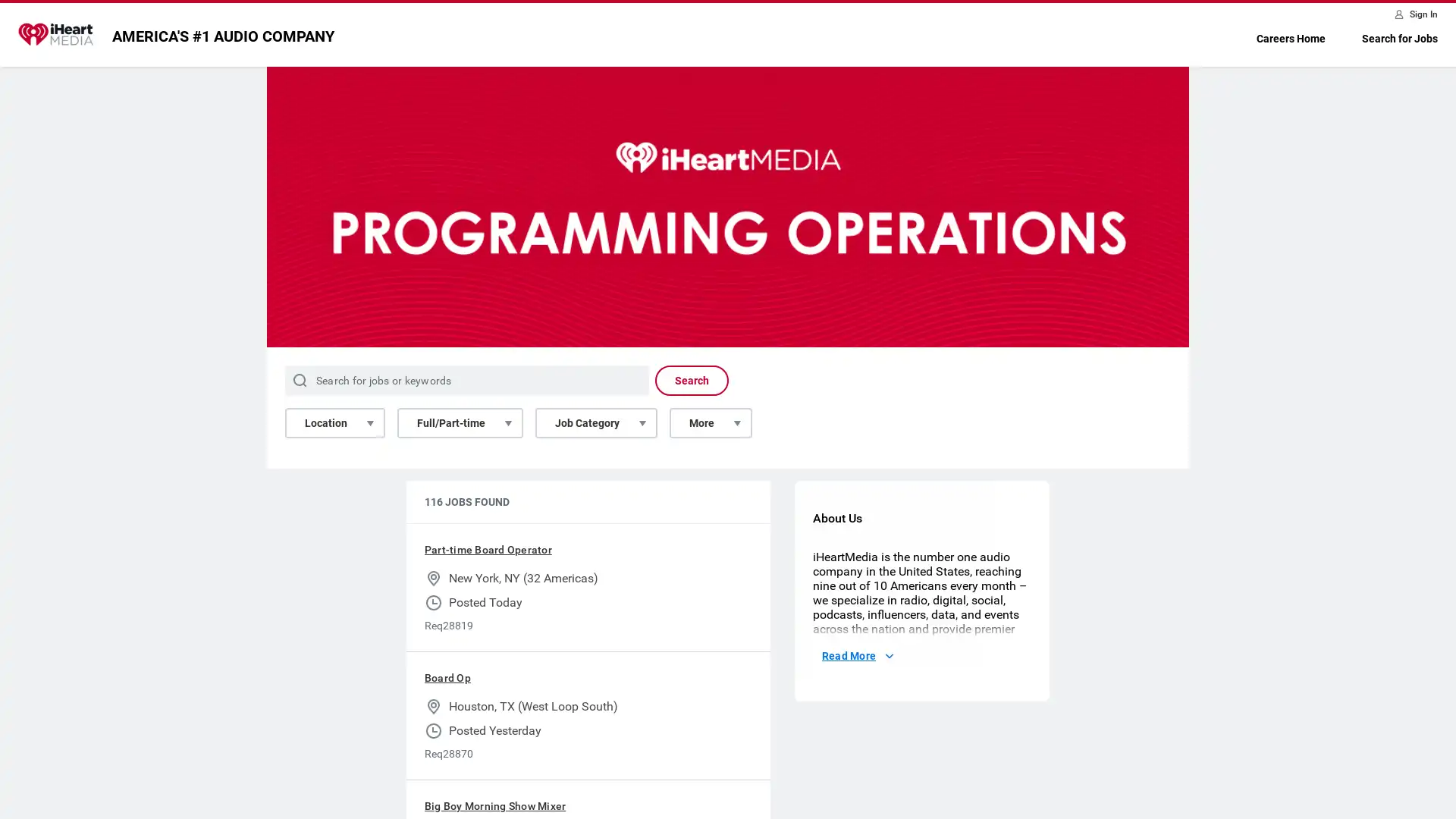 This screenshot has height=819, width=1456. What do you see at coordinates (1414, 14) in the screenshot?
I see `Sign In` at bounding box center [1414, 14].